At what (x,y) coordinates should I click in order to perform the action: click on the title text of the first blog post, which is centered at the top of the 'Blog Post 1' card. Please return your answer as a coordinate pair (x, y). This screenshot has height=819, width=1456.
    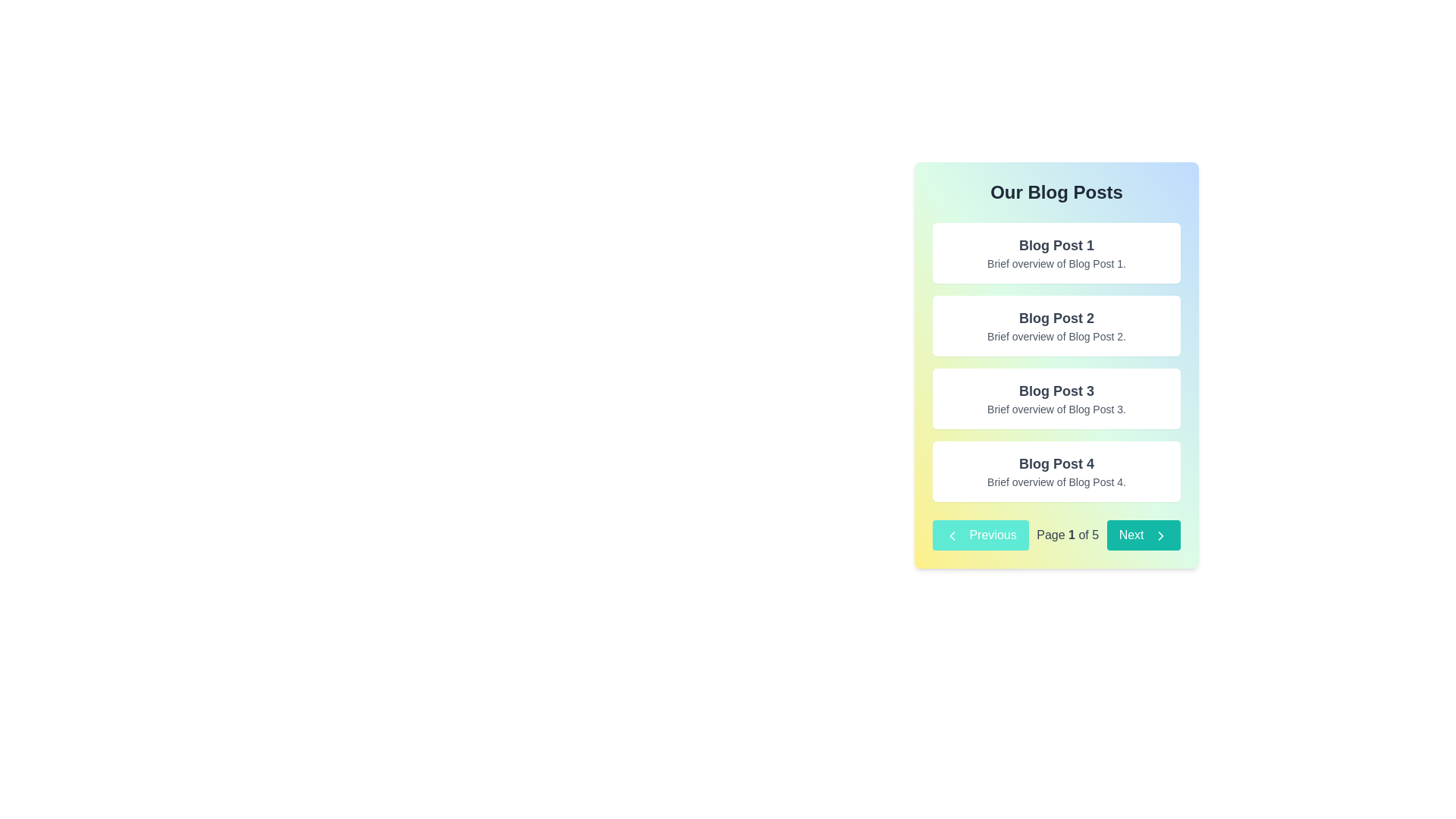
    Looking at the image, I should click on (1056, 245).